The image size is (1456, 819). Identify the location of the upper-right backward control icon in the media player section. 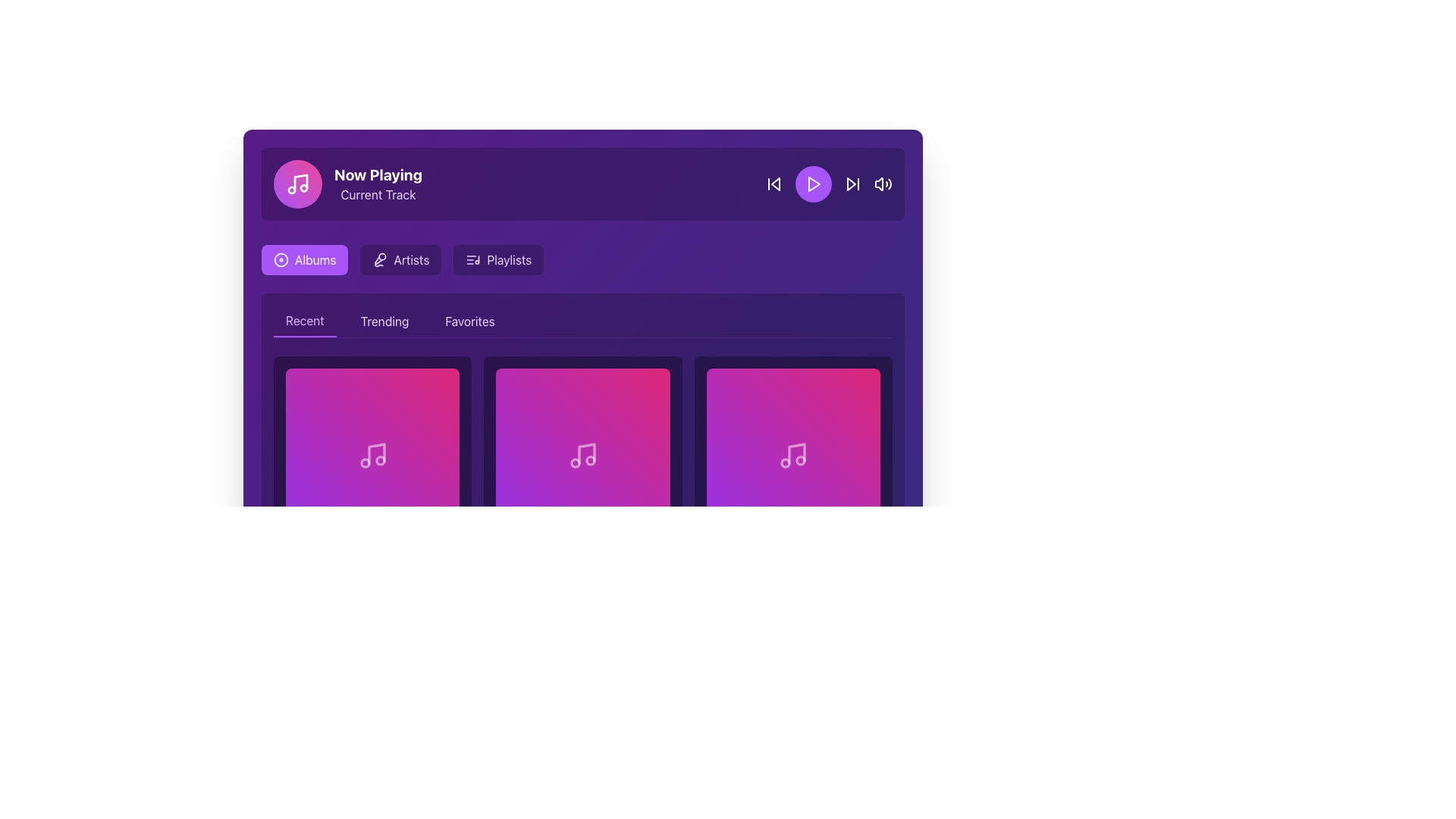
(775, 184).